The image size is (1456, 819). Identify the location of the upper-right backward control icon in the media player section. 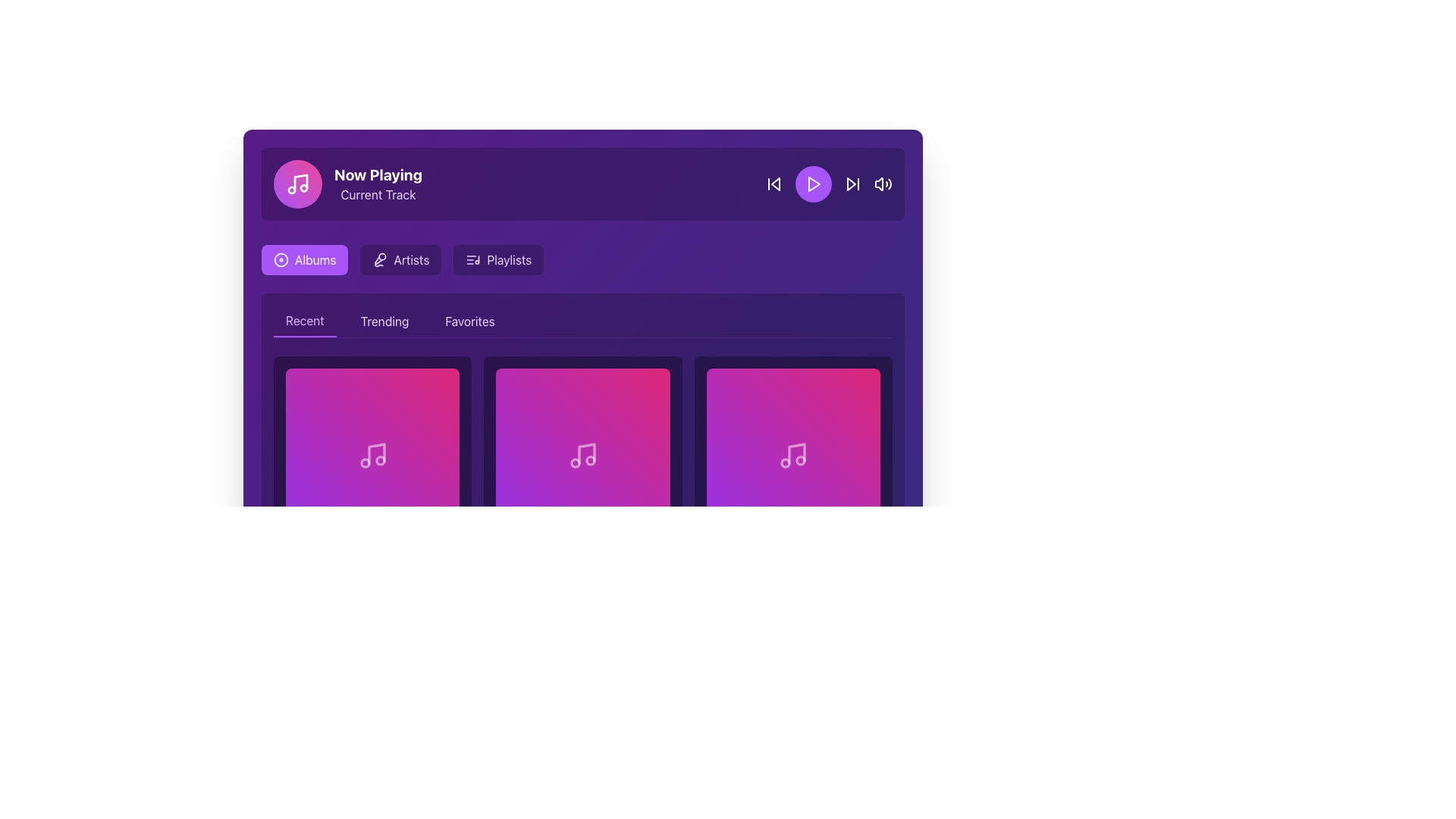
(775, 184).